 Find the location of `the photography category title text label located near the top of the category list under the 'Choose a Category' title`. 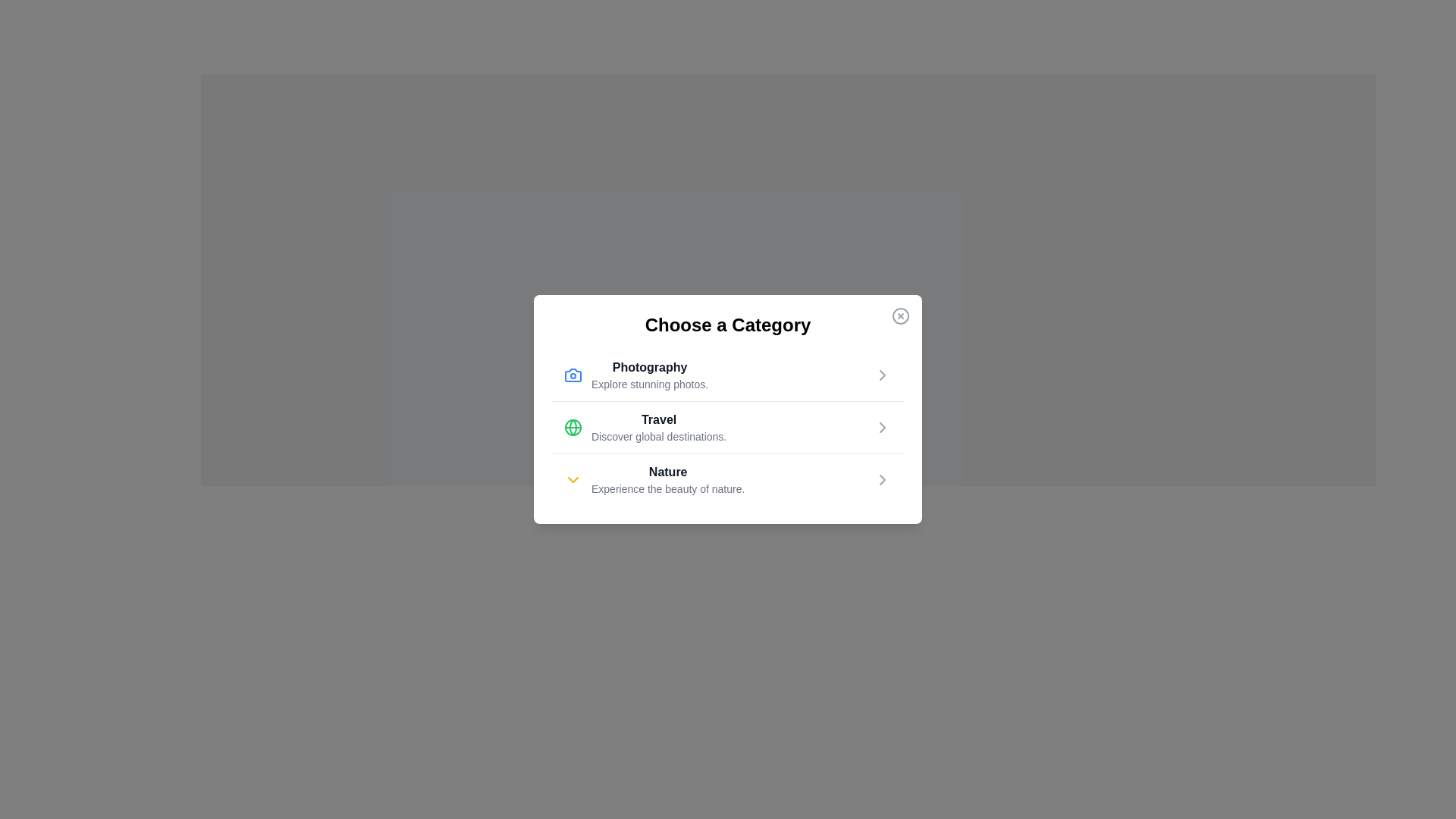

the photography category title text label located near the top of the category list under the 'Choose a Category' title is located at coordinates (650, 368).